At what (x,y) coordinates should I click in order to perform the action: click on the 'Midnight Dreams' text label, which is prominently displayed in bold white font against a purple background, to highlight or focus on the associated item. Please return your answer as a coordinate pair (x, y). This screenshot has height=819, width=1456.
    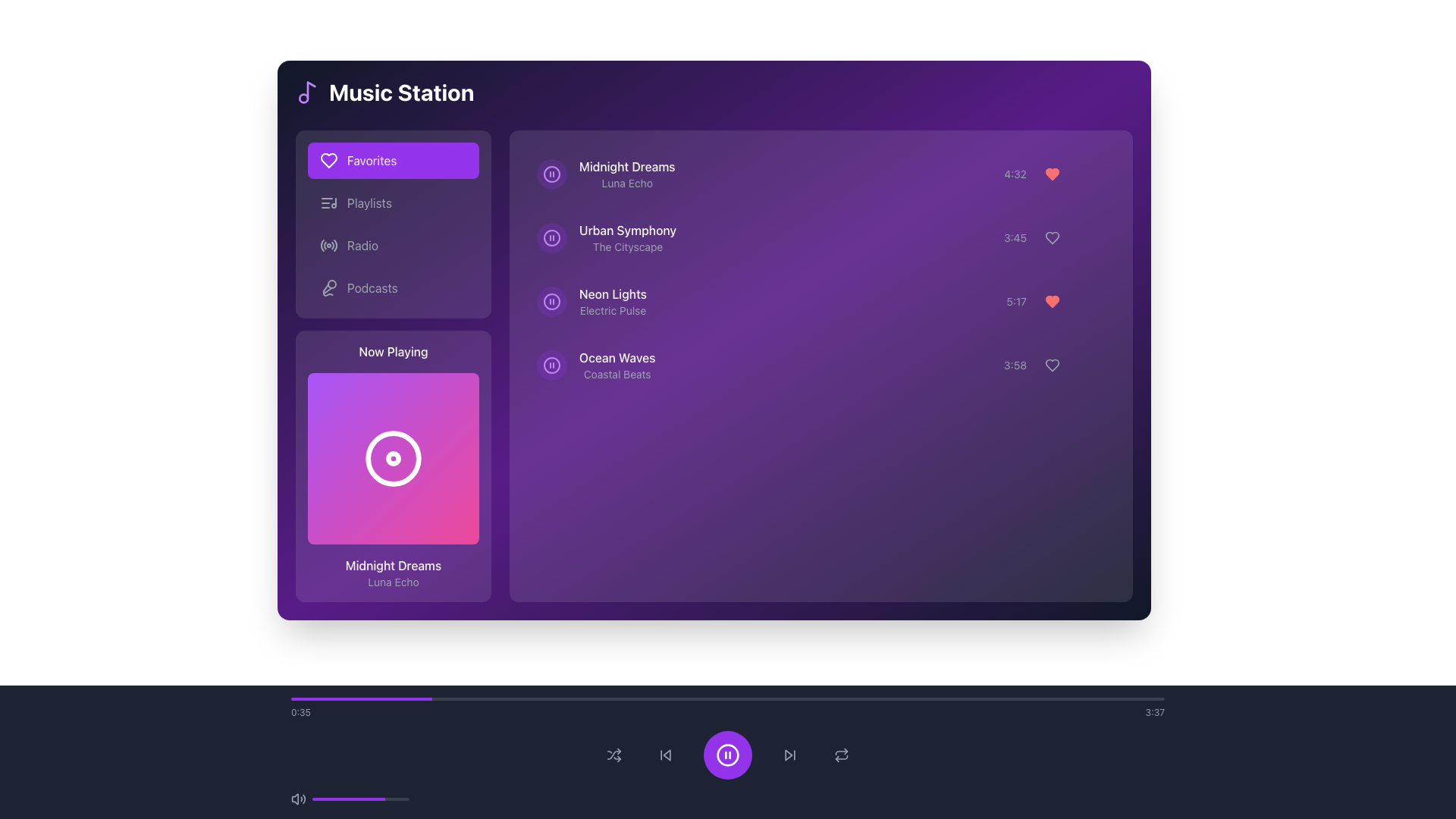
    Looking at the image, I should click on (626, 166).